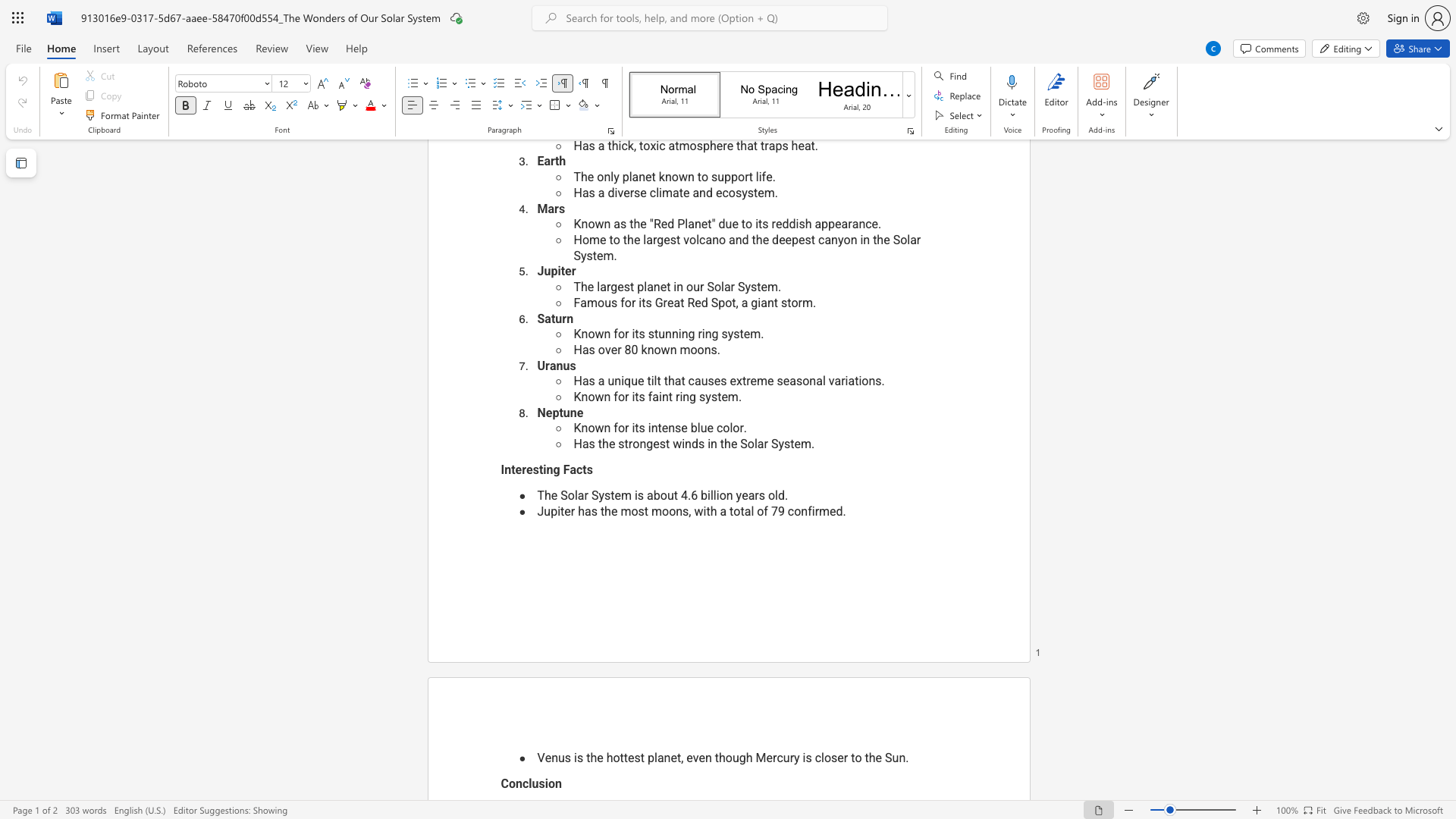  I want to click on the subset text "nteresting F" within the text "Interesting Facts", so click(504, 469).